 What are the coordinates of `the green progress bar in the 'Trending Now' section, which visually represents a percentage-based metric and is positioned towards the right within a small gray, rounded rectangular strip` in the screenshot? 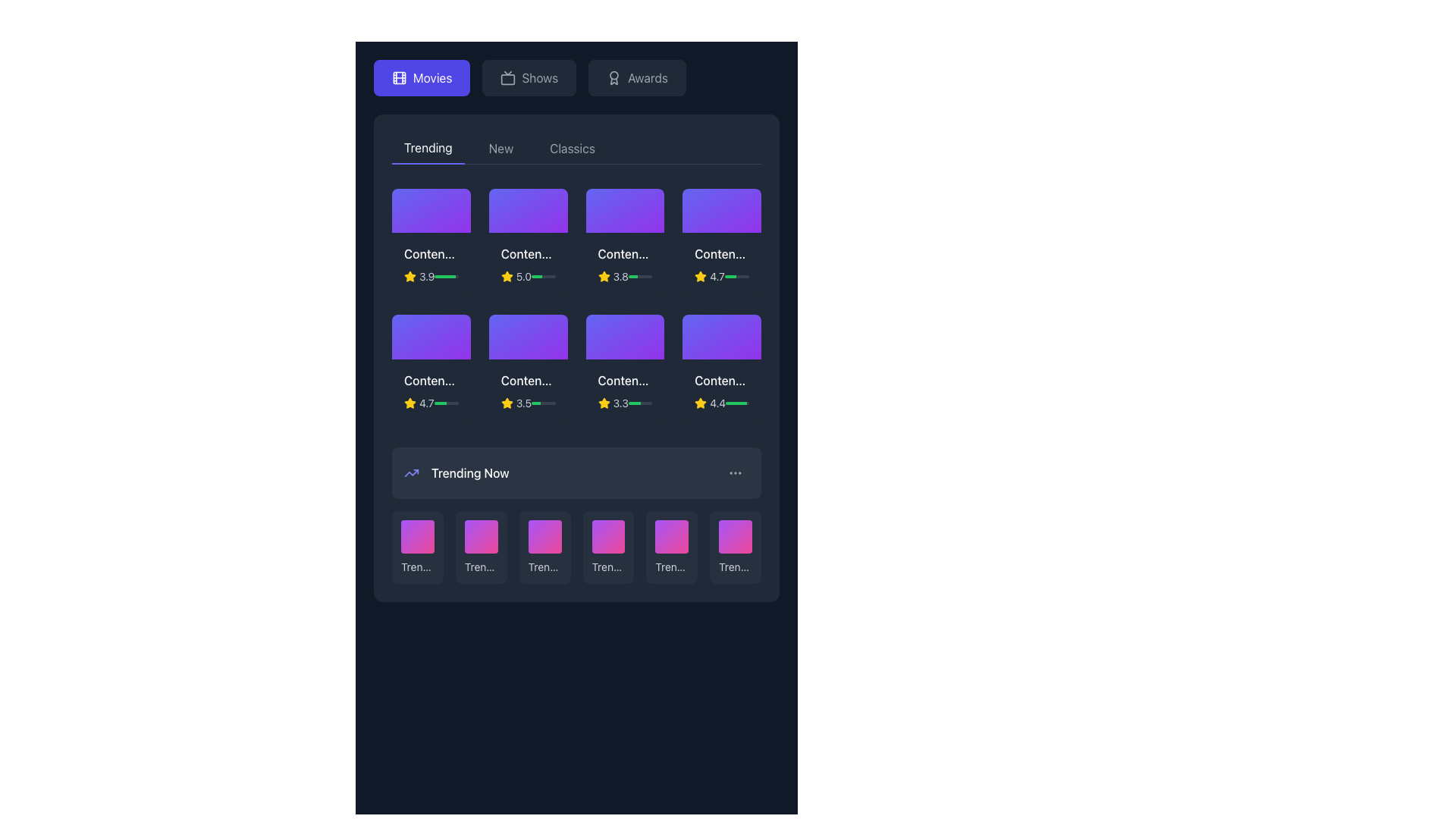 It's located at (736, 402).